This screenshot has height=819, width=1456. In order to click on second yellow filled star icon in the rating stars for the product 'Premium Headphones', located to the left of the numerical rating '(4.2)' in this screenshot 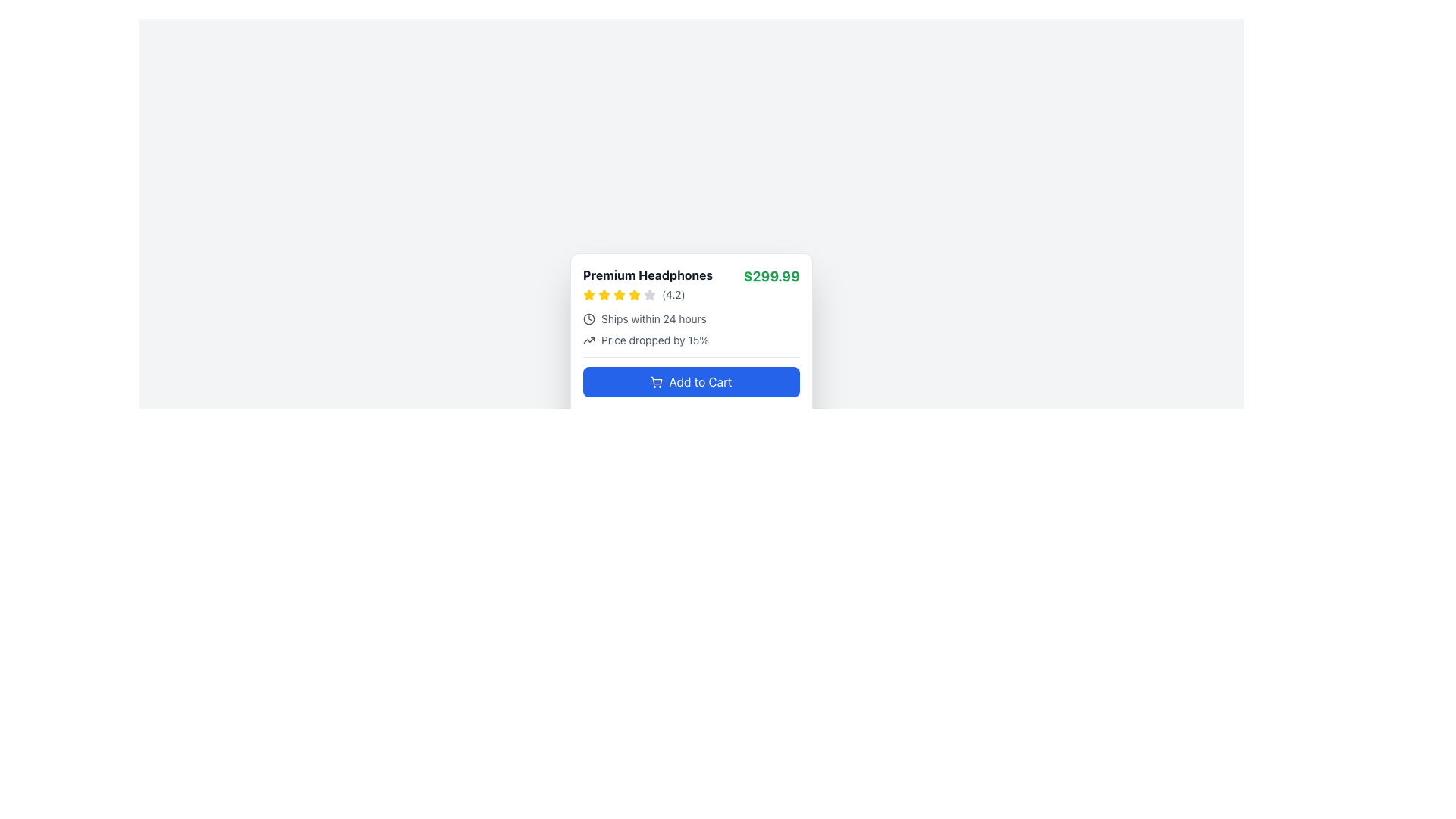, I will do `click(588, 294)`.